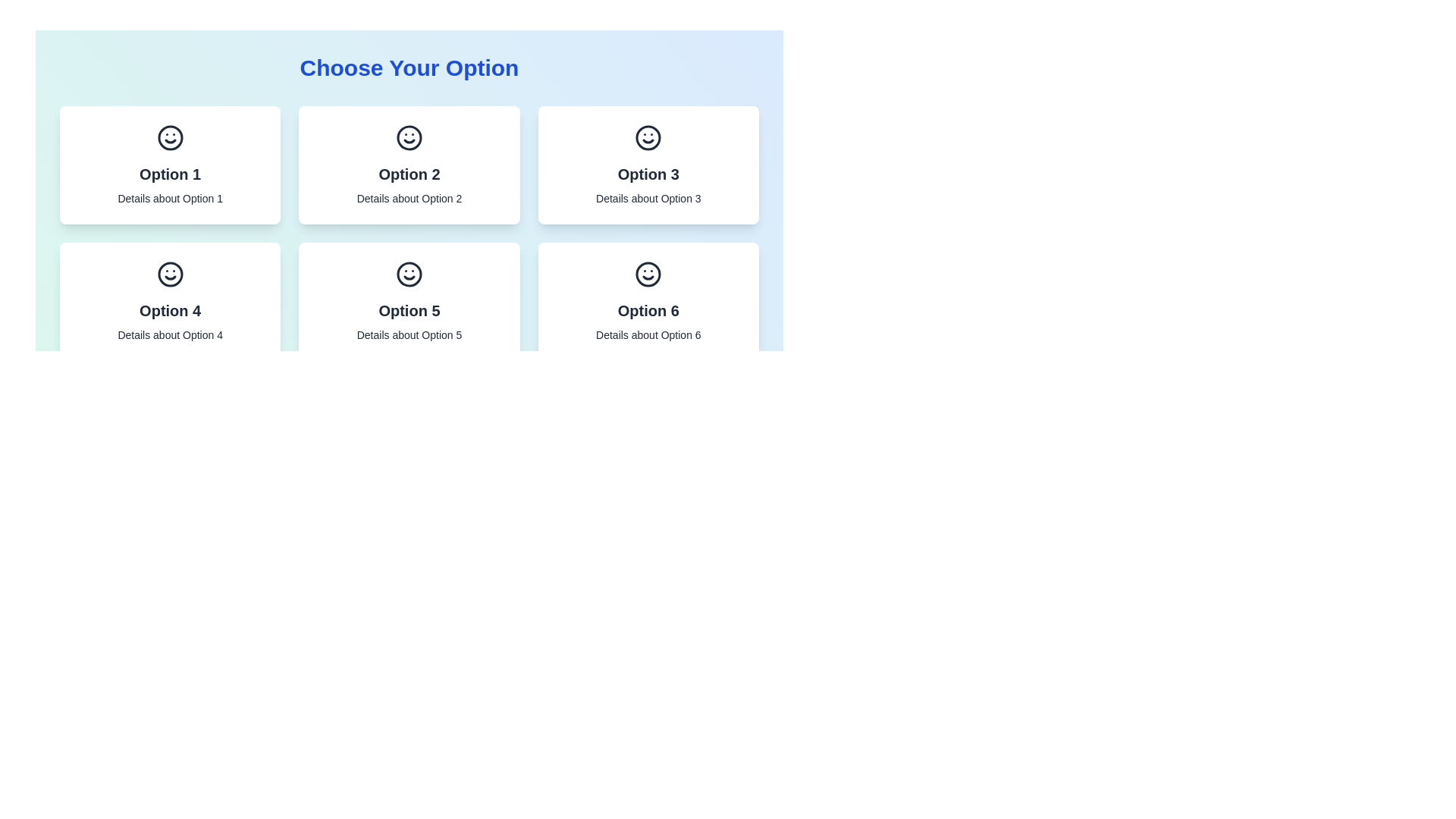 The image size is (1456, 819). What do you see at coordinates (409, 137) in the screenshot?
I see `the smiling face icon representing 'Option 2' card, which is centered at the top of the card in the grid layout` at bounding box center [409, 137].